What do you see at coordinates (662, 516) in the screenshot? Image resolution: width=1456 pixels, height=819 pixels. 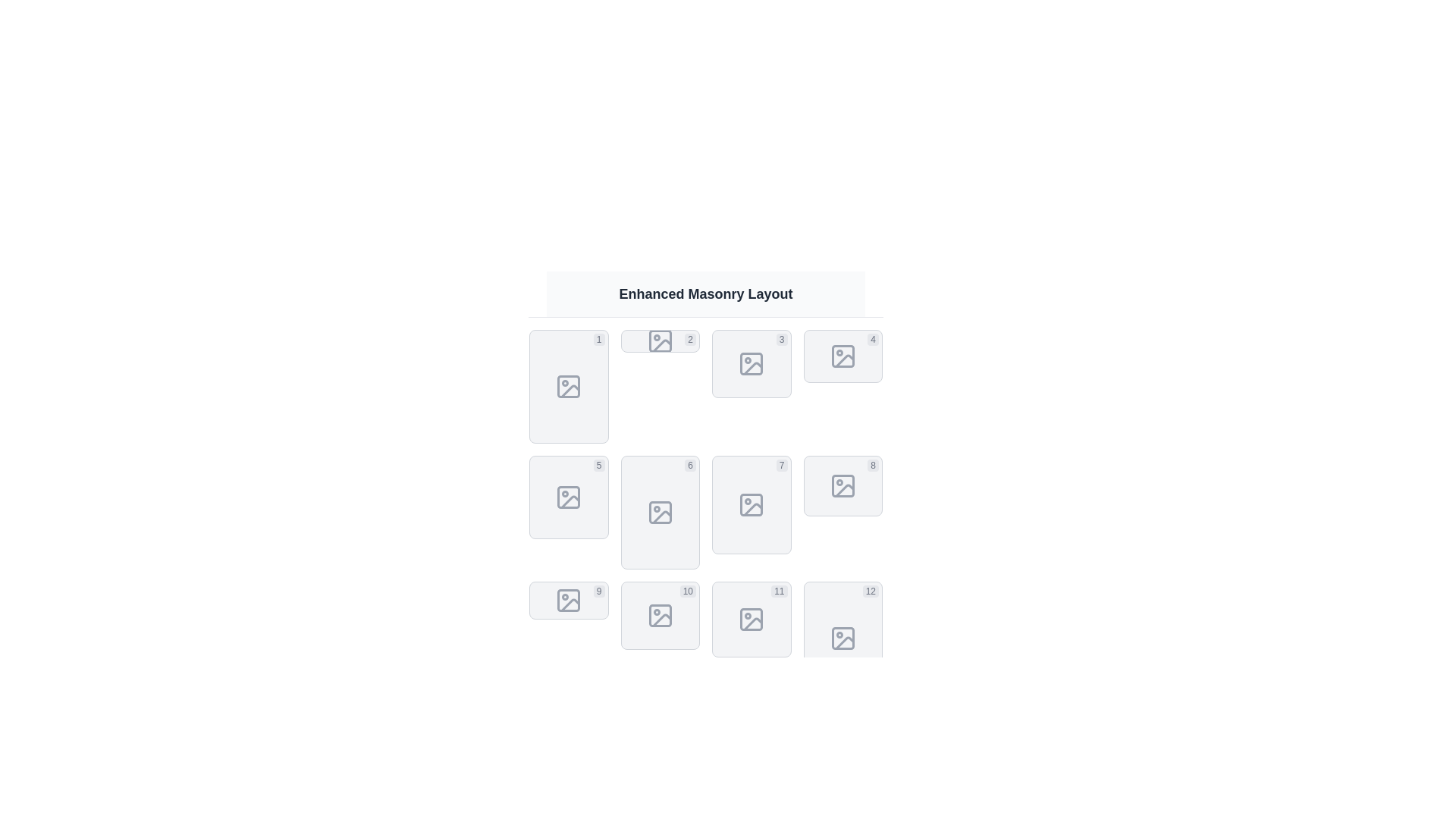 I see `the Graphical SVG icon that resembles an image, located in the second row and sixth position of the grid layout` at bounding box center [662, 516].